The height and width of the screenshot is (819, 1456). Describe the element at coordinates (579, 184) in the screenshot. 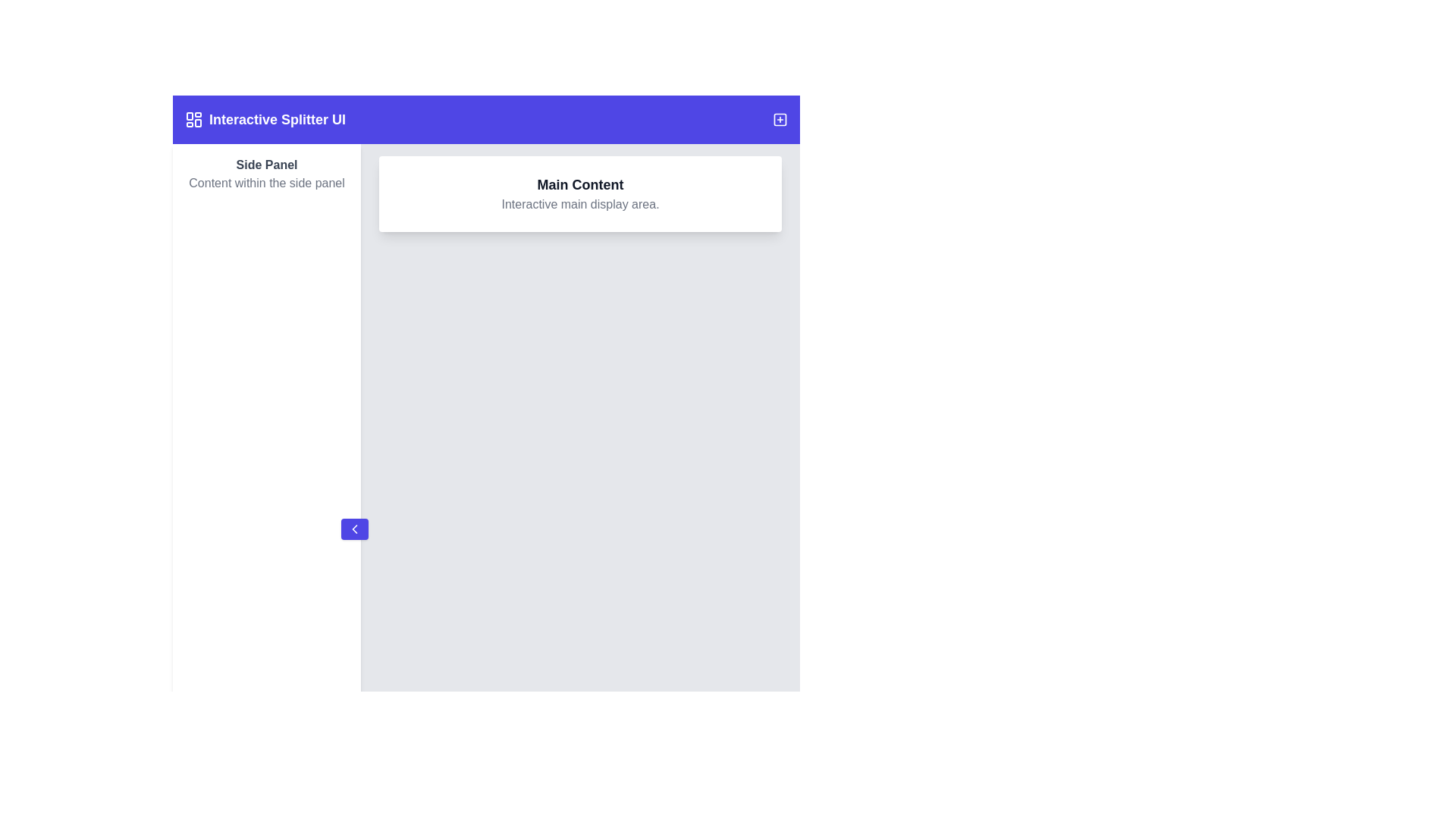

I see `title text displayed prominently in bold font above the description text on the white card` at that location.